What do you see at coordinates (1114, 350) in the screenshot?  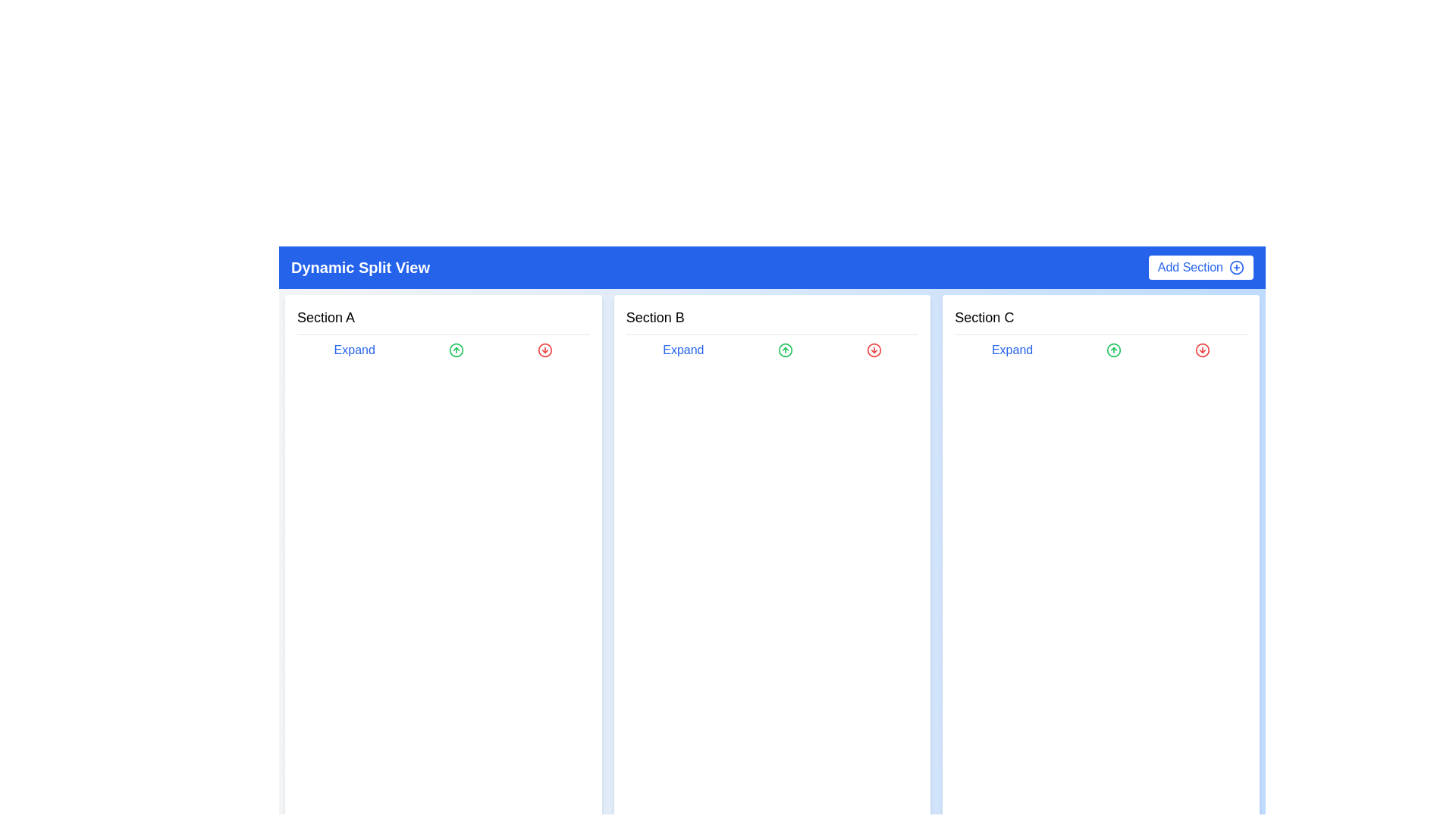 I see `the button located in 'Section C', to the right of 'Expand' and left of the red circular down-arrow icon` at bounding box center [1114, 350].